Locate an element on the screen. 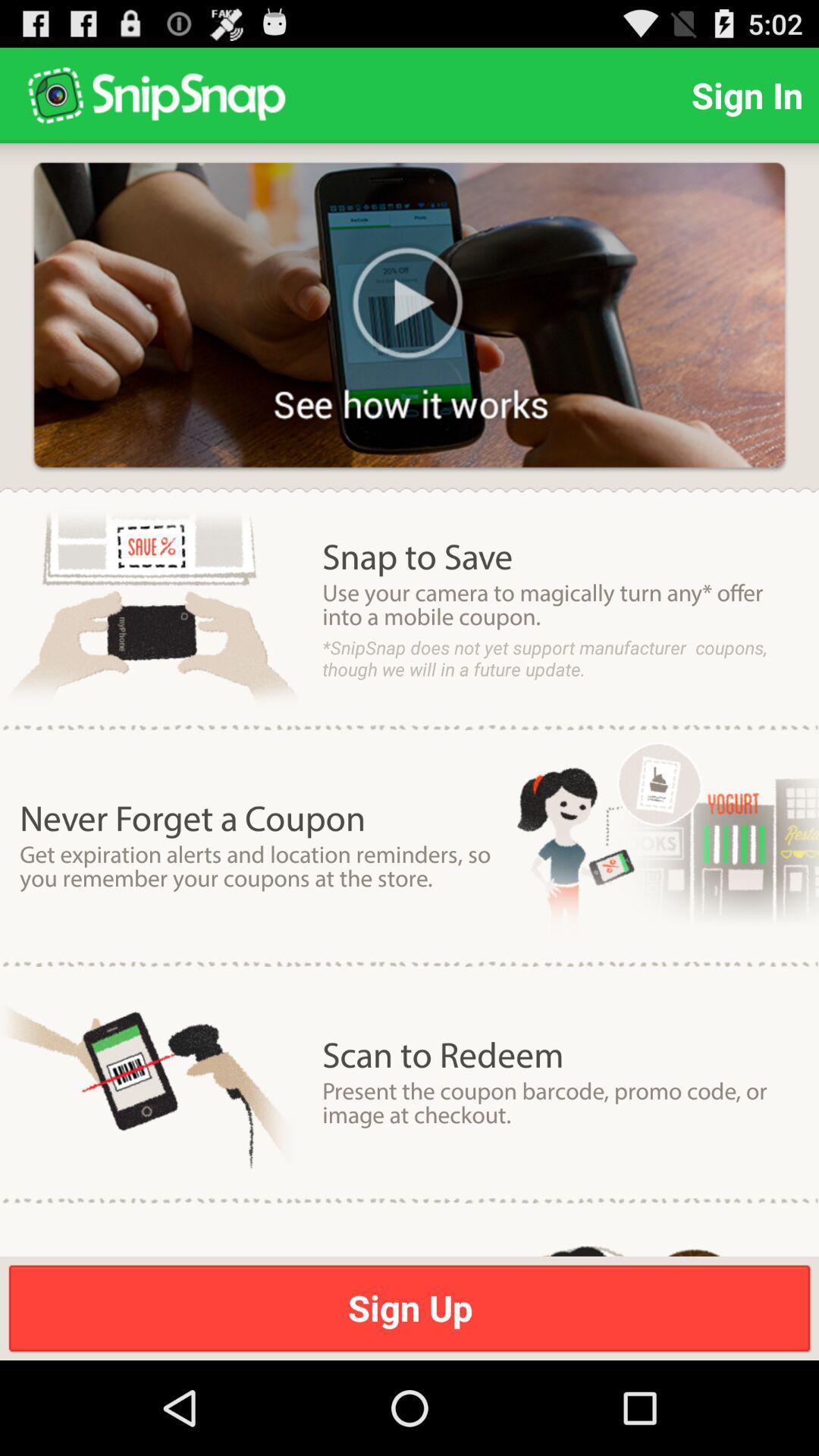 The width and height of the screenshot is (819, 1456). the sign in icon is located at coordinates (746, 94).